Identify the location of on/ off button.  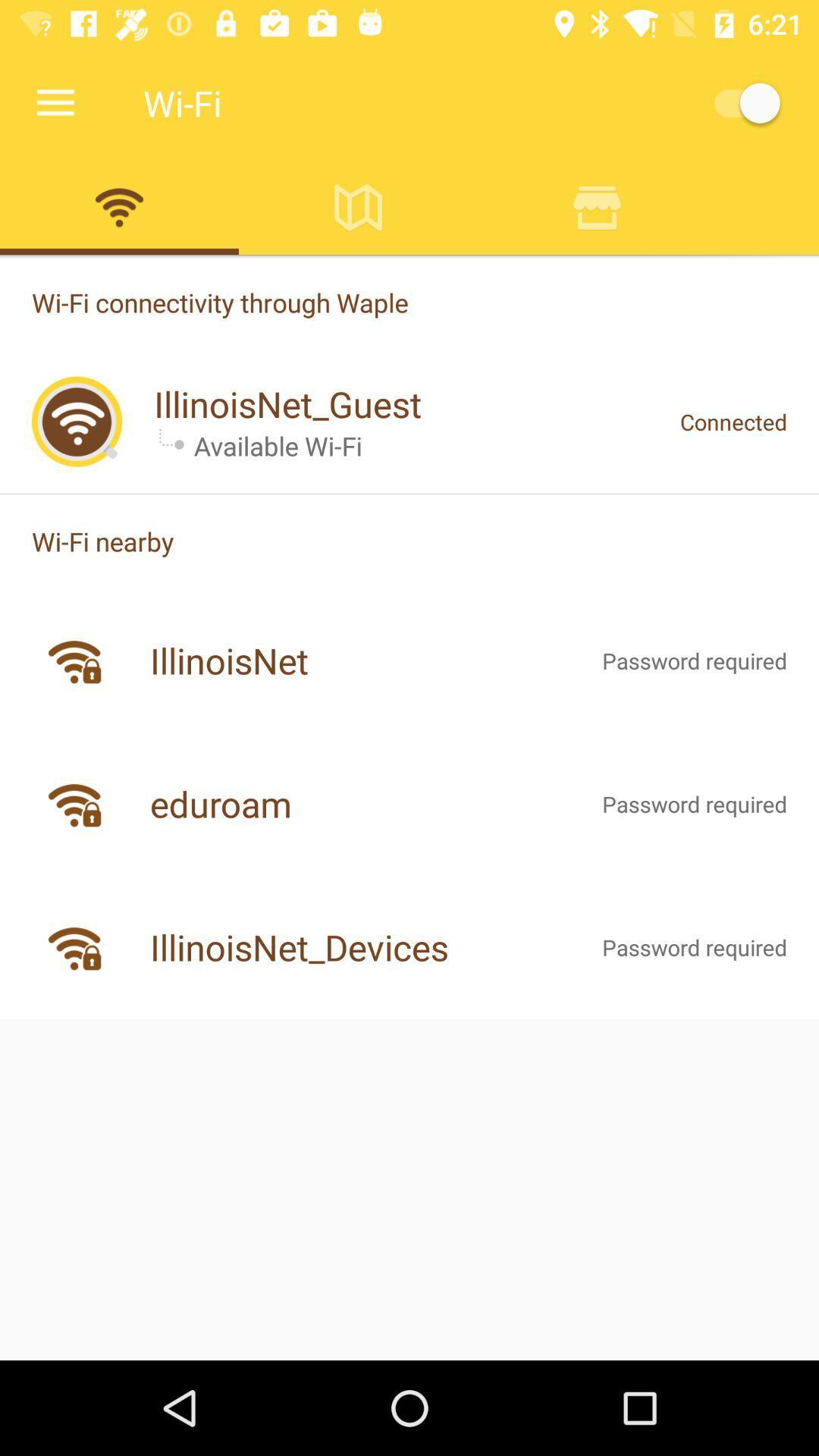
(739, 102).